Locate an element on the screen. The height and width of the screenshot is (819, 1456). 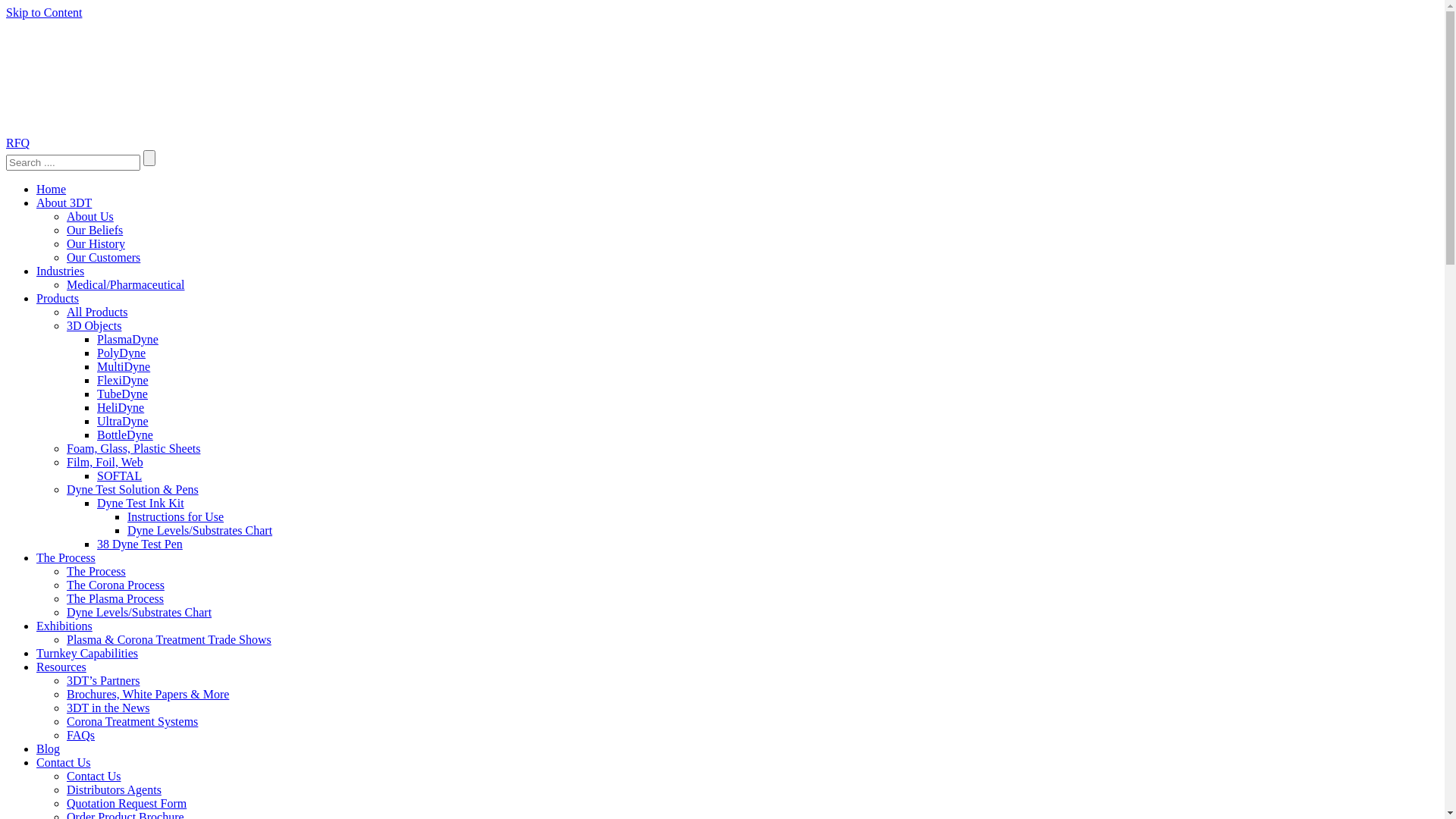
'TubeDyne' is located at coordinates (122, 393).